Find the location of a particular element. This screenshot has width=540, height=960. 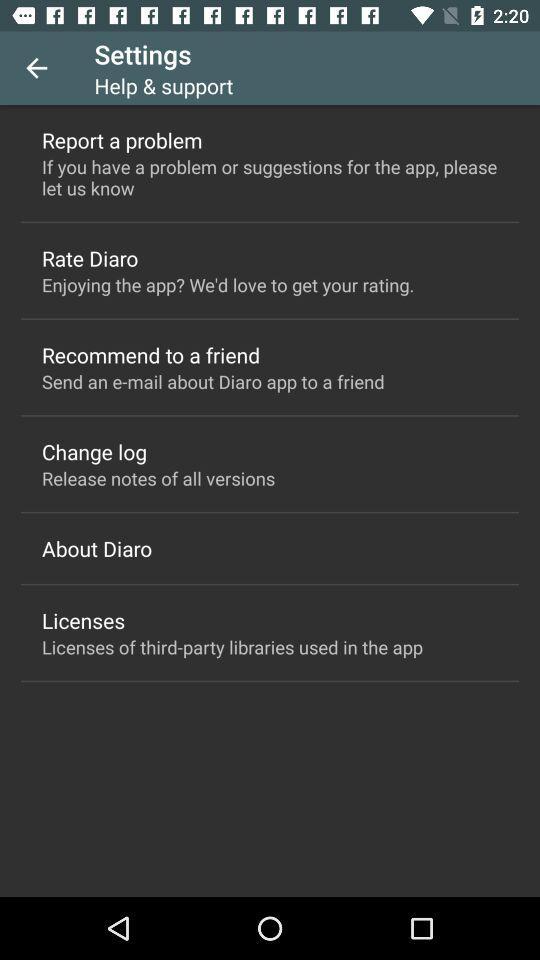

send an e item is located at coordinates (212, 380).